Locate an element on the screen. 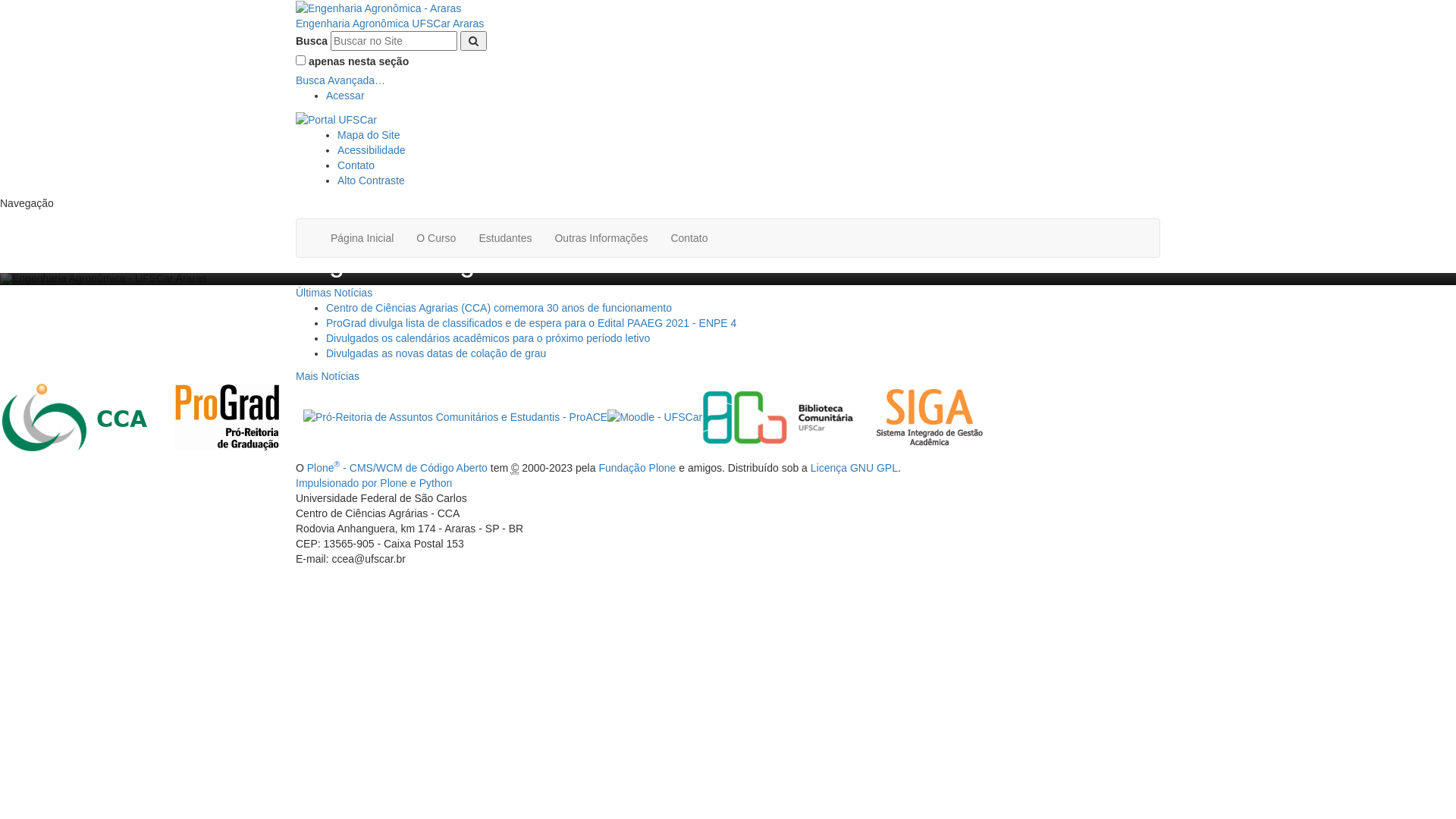 This screenshot has width=1456, height=819. 'Buscar no Site' is located at coordinates (330, 40).